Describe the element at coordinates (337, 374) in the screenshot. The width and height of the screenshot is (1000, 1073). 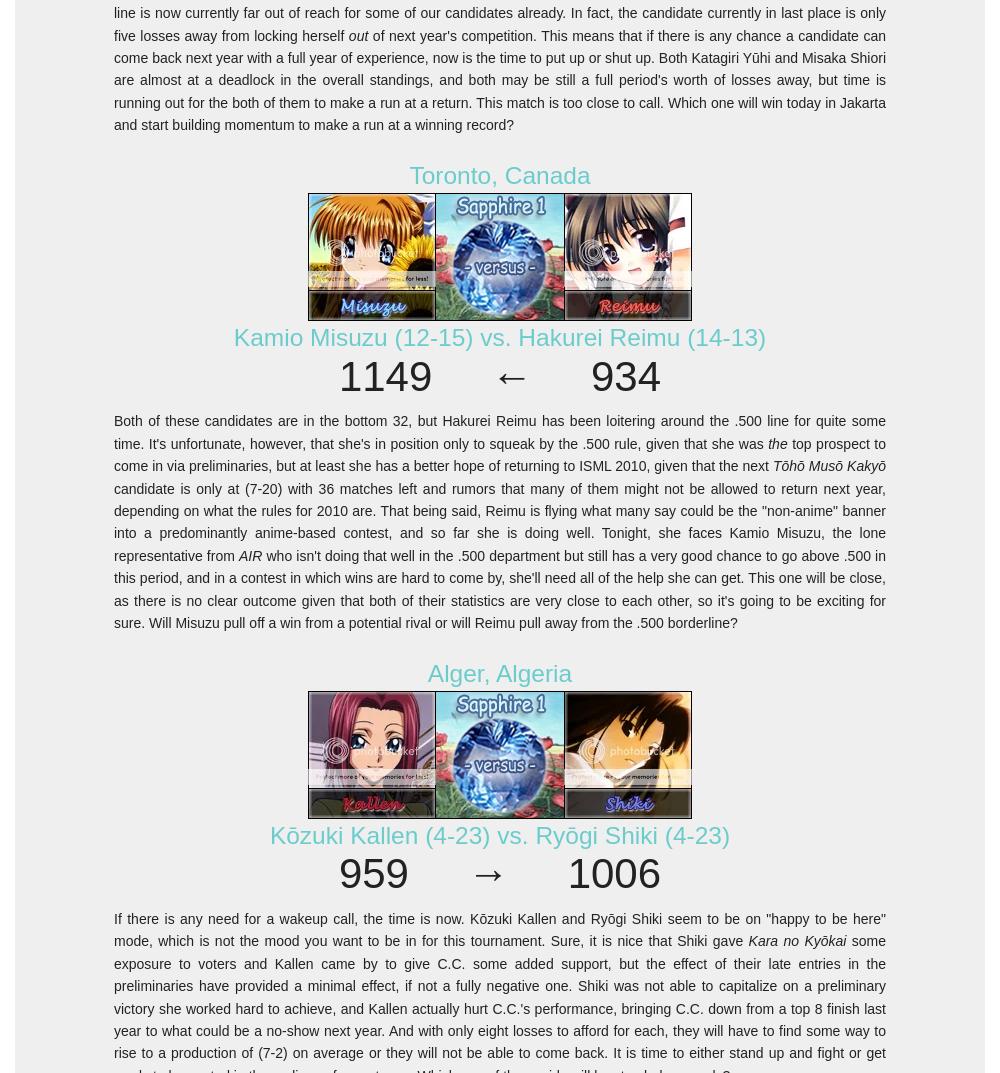
I see `'1149     ←     934'` at that location.